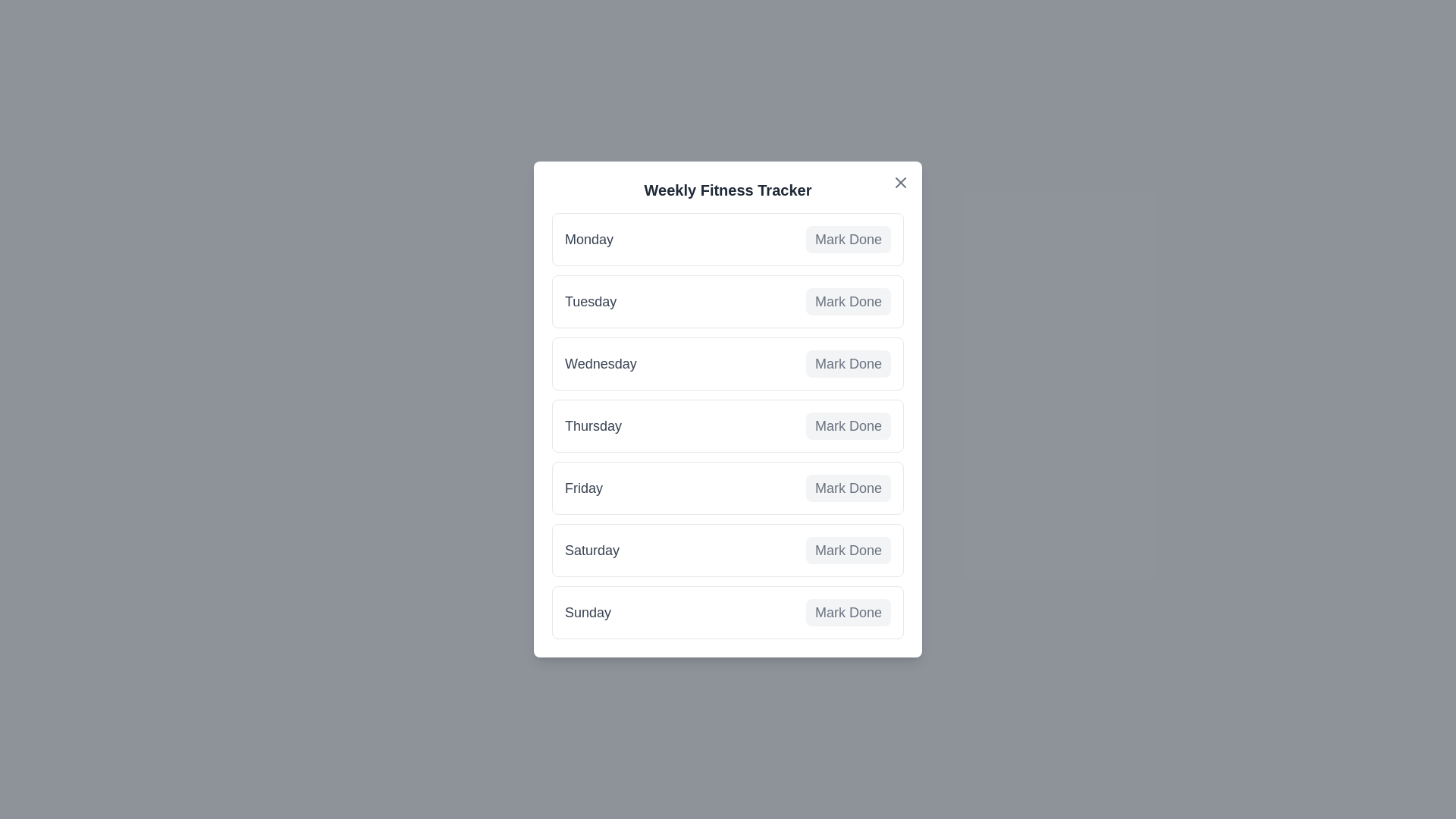  I want to click on 'Mark Done' button for Friday, so click(847, 488).